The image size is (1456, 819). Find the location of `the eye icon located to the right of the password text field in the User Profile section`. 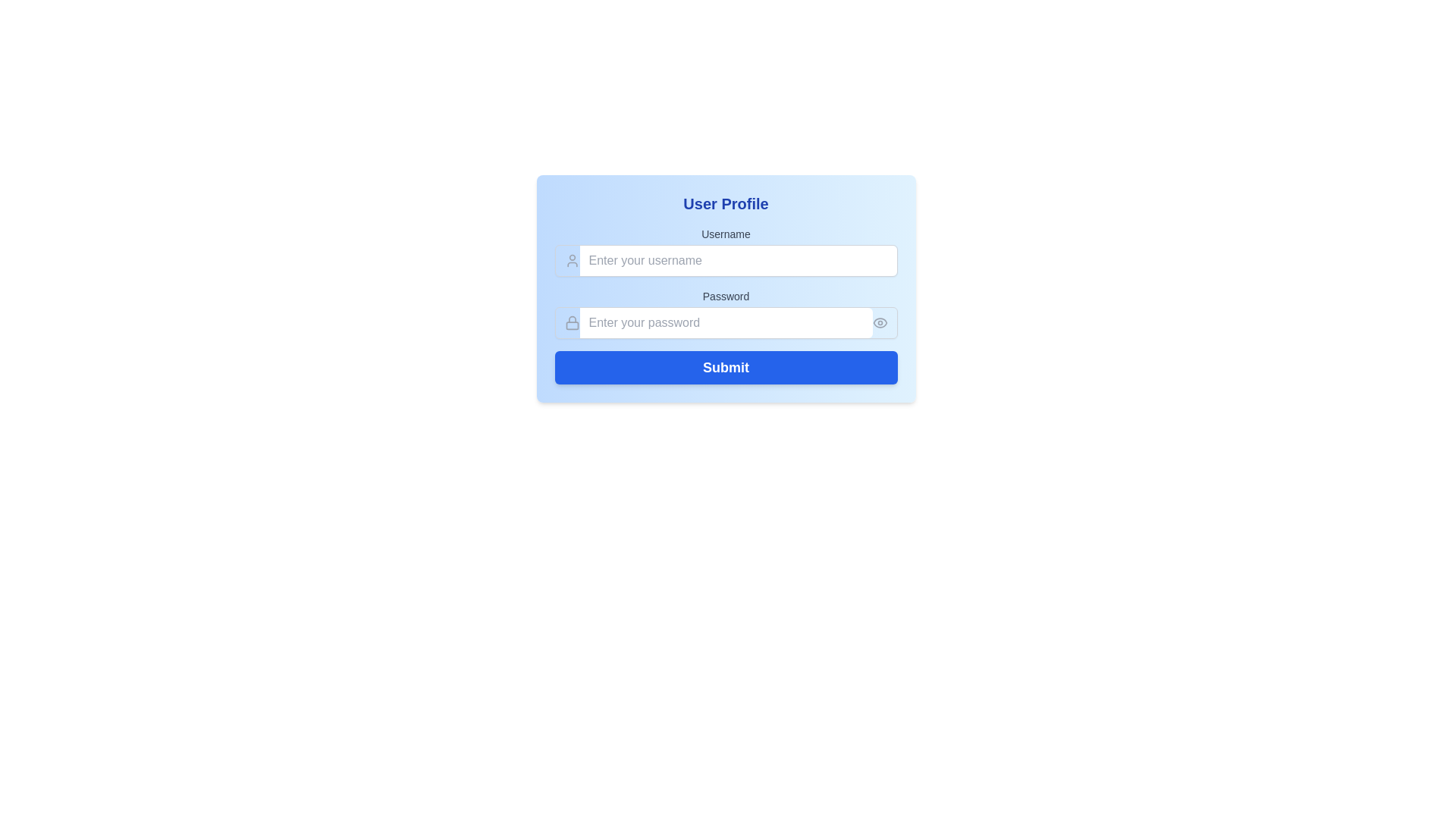

the eye icon located to the right of the password text field in the User Profile section is located at coordinates (880, 322).